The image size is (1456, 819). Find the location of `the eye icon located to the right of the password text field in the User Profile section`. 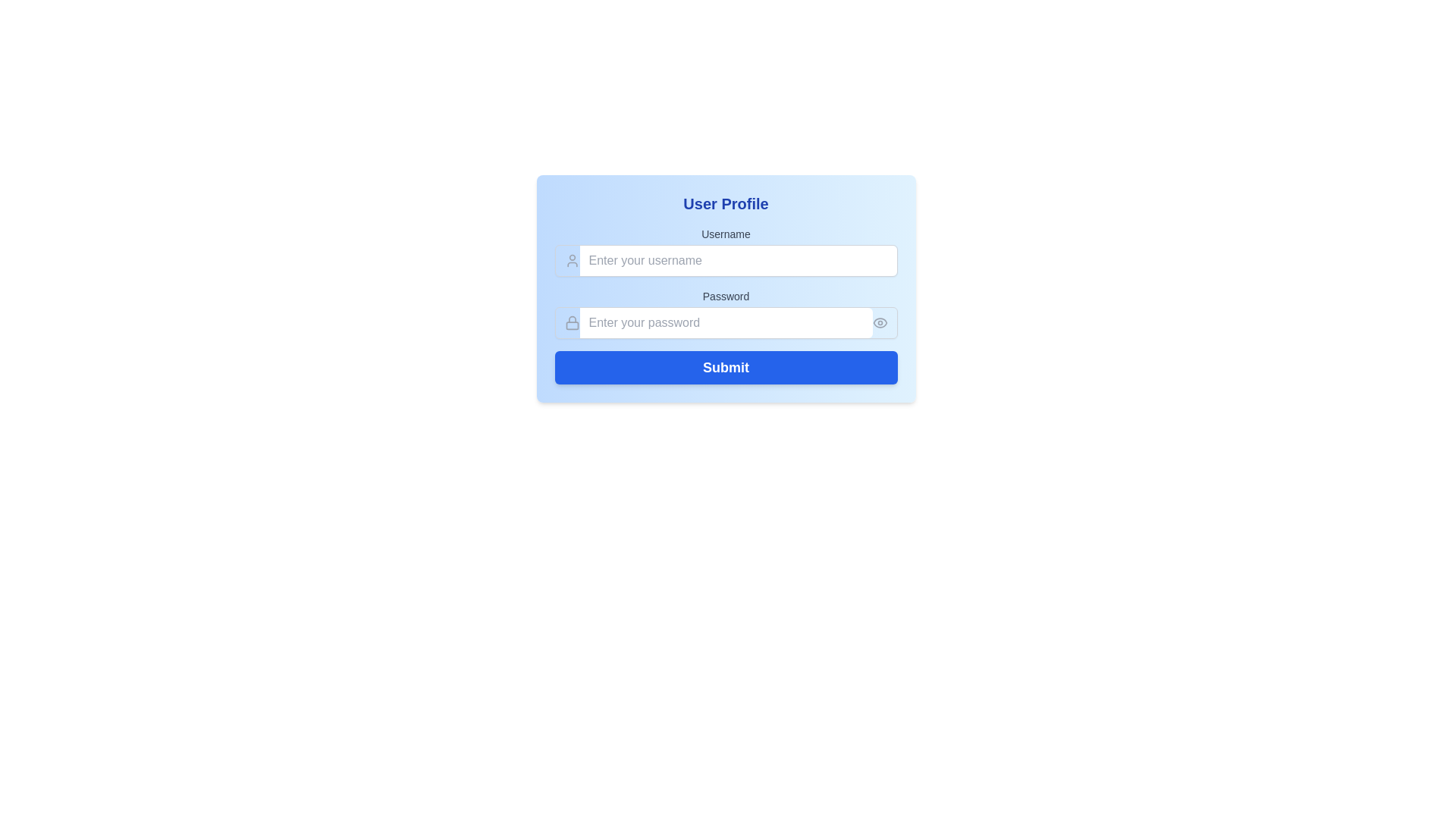

the eye icon located to the right of the password text field in the User Profile section is located at coordinates (880, 322).